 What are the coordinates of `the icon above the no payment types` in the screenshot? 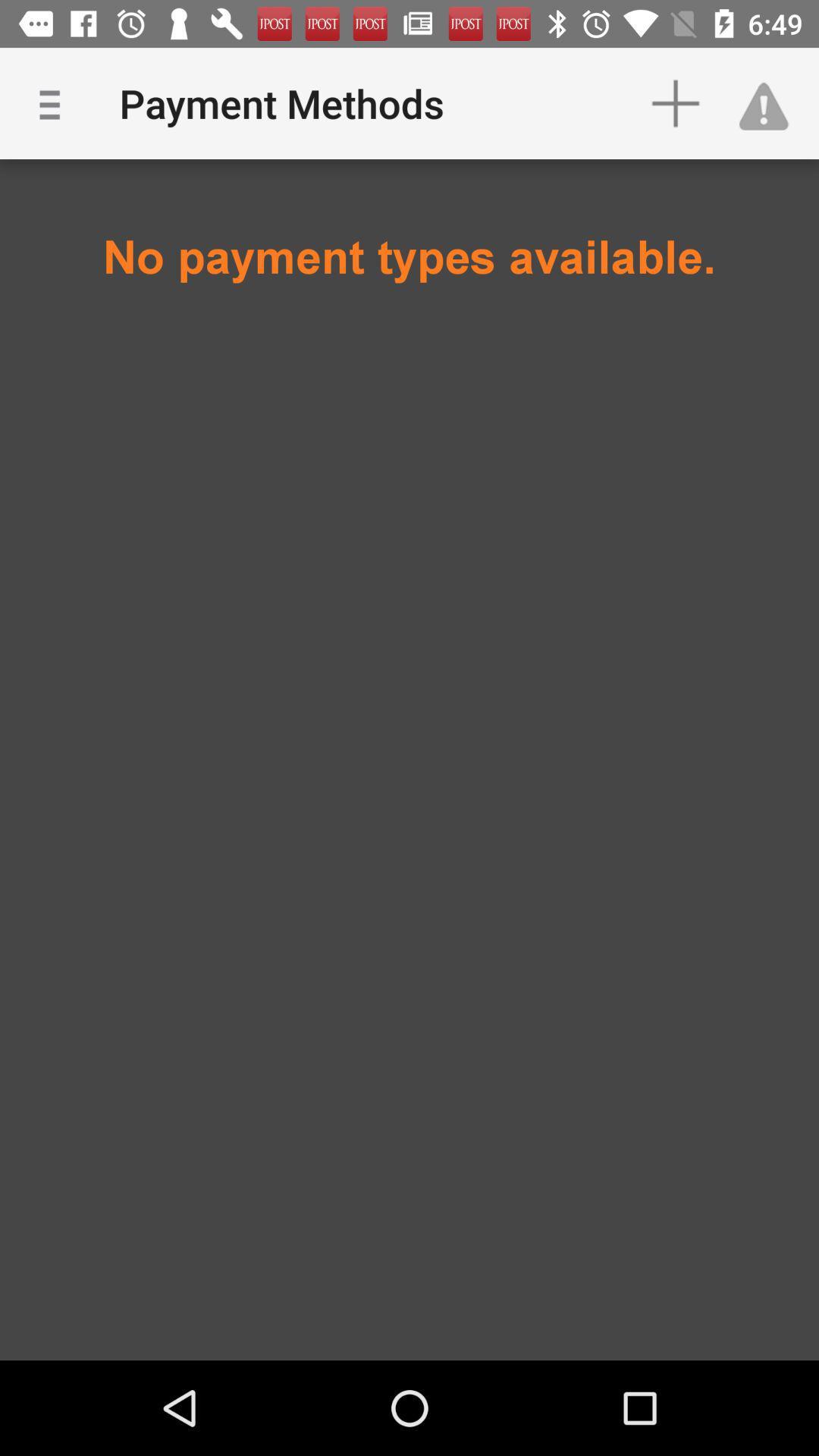 It's located at (55, 102).